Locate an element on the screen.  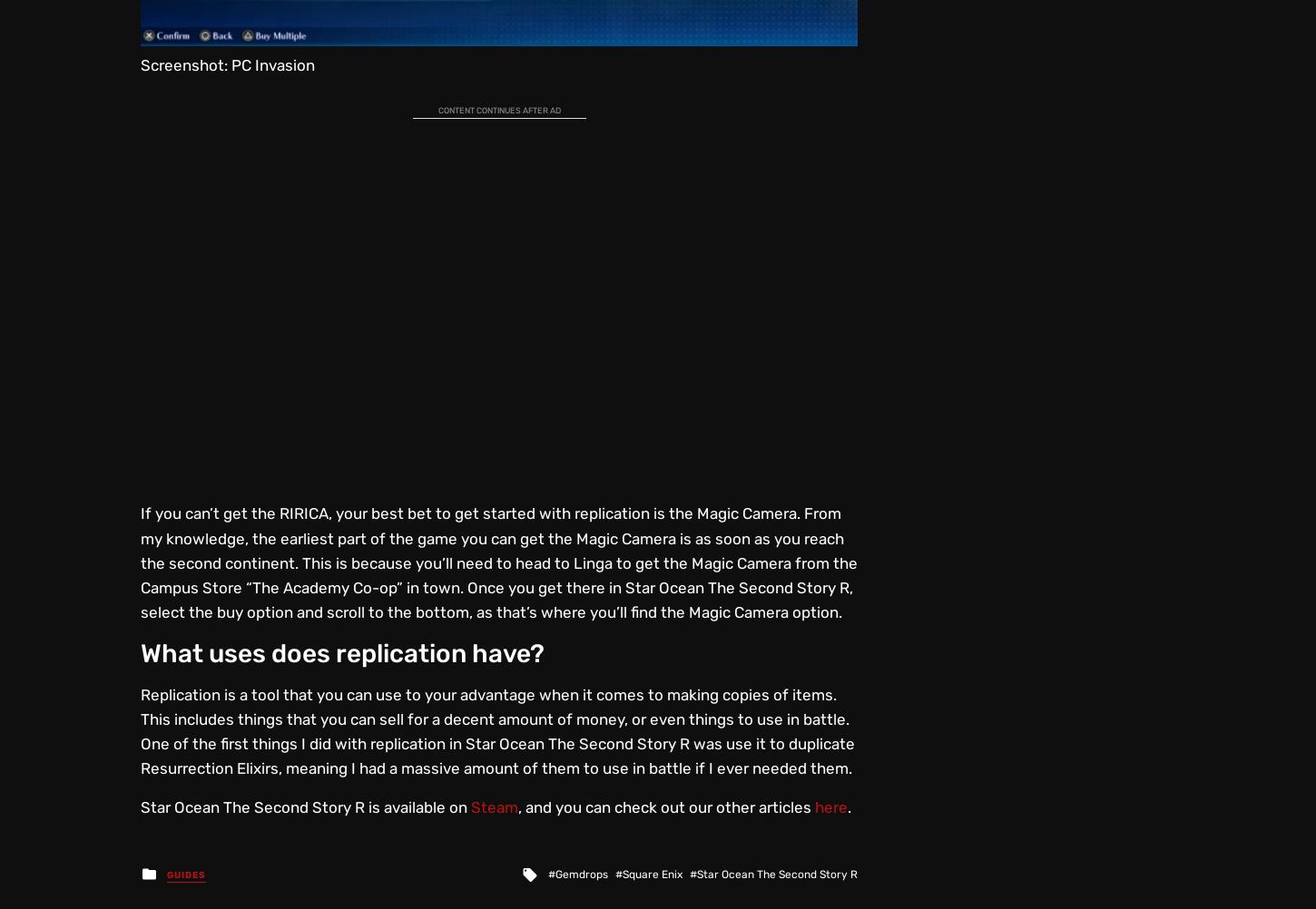
'Guides' is located at coordinates (166, 875).